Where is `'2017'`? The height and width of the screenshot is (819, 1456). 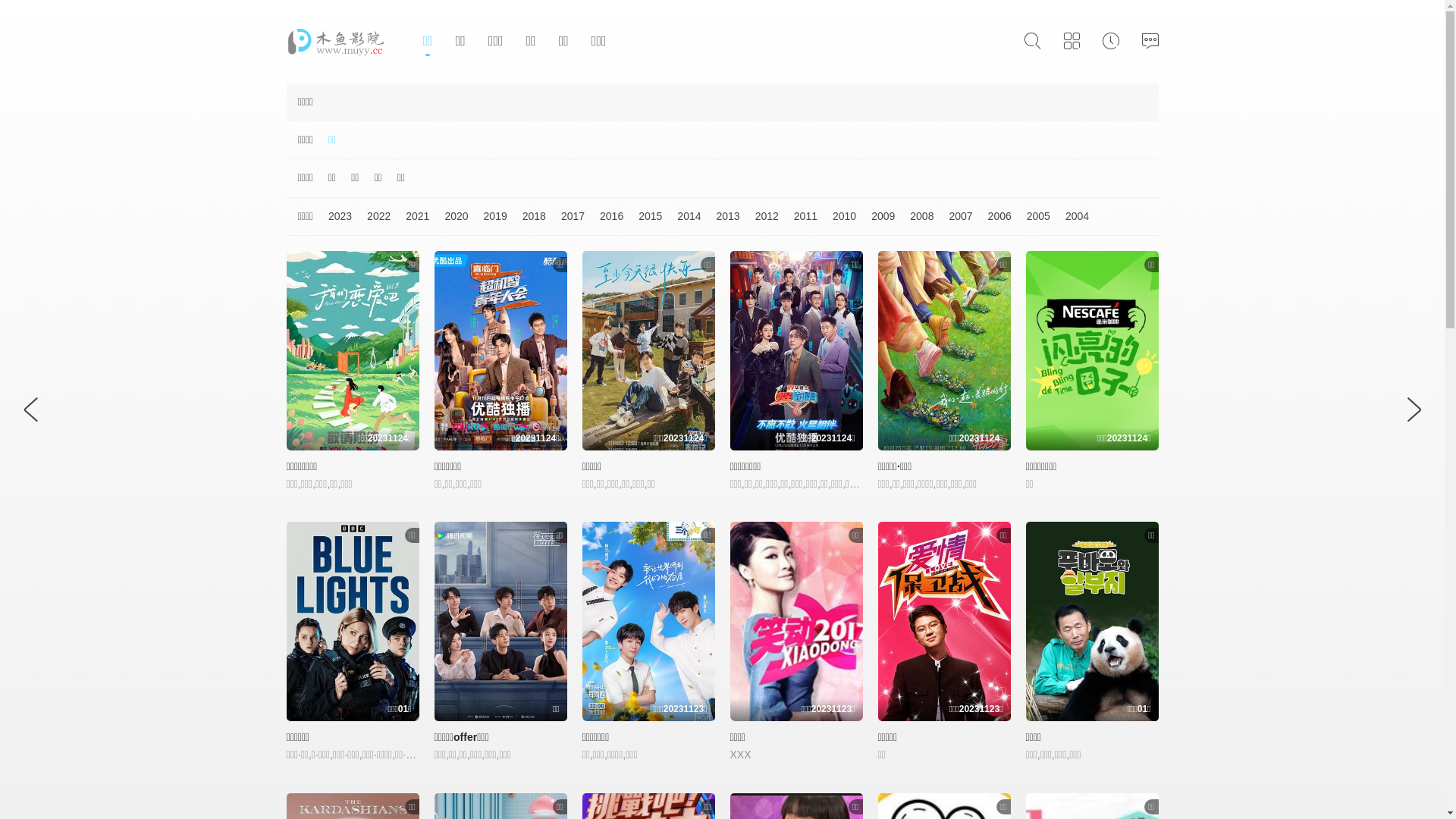 '2017' is located at coordinates (564, 216).